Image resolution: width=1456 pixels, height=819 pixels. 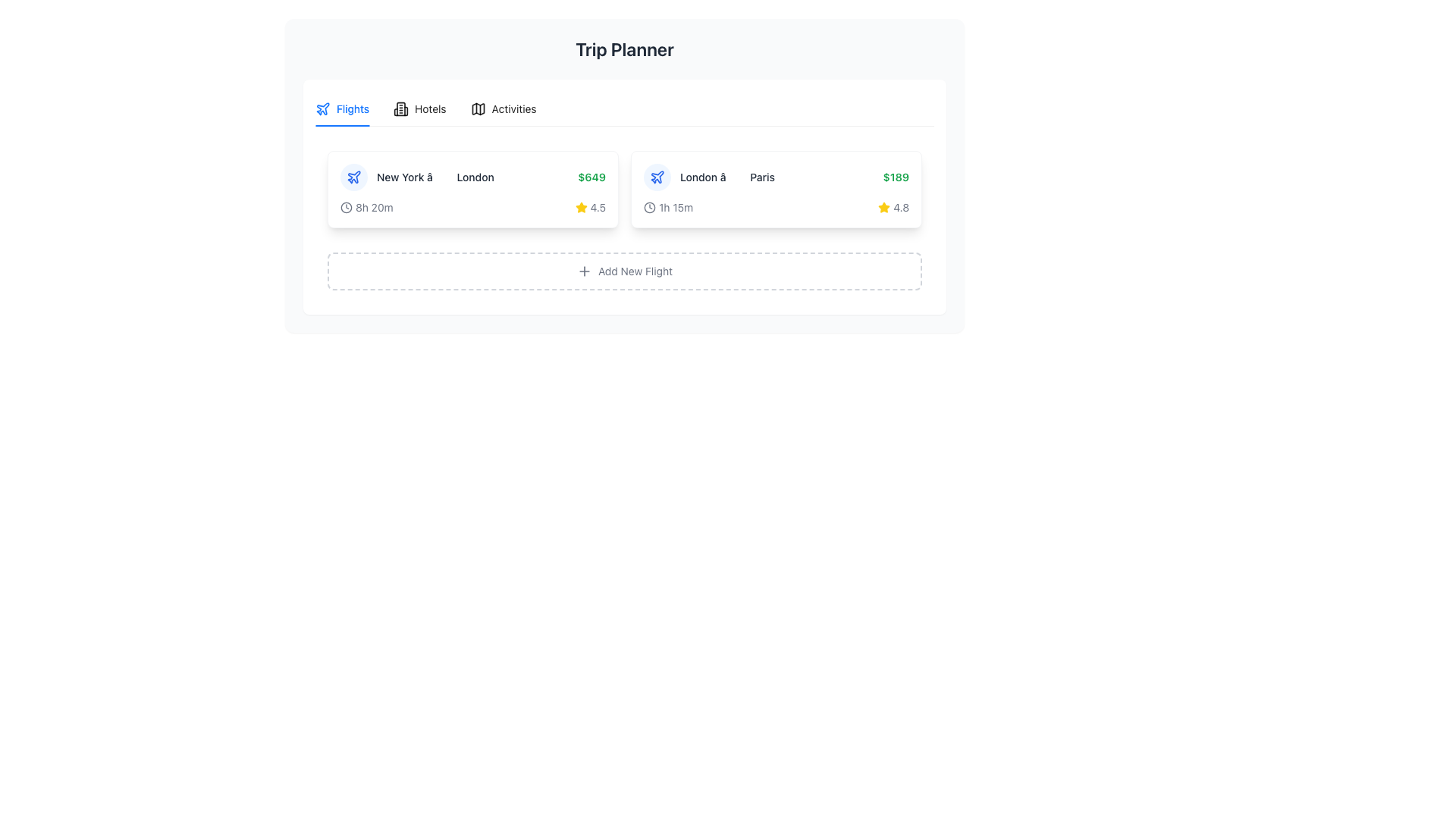 What do you see at coordinates (366, 207) in the screenshot?
I see `flight duration indicated by the Text with Icon element located on the left side of the flight information segment, below the route description from 'New York' to 'London'` at bounding box center [366, 207].